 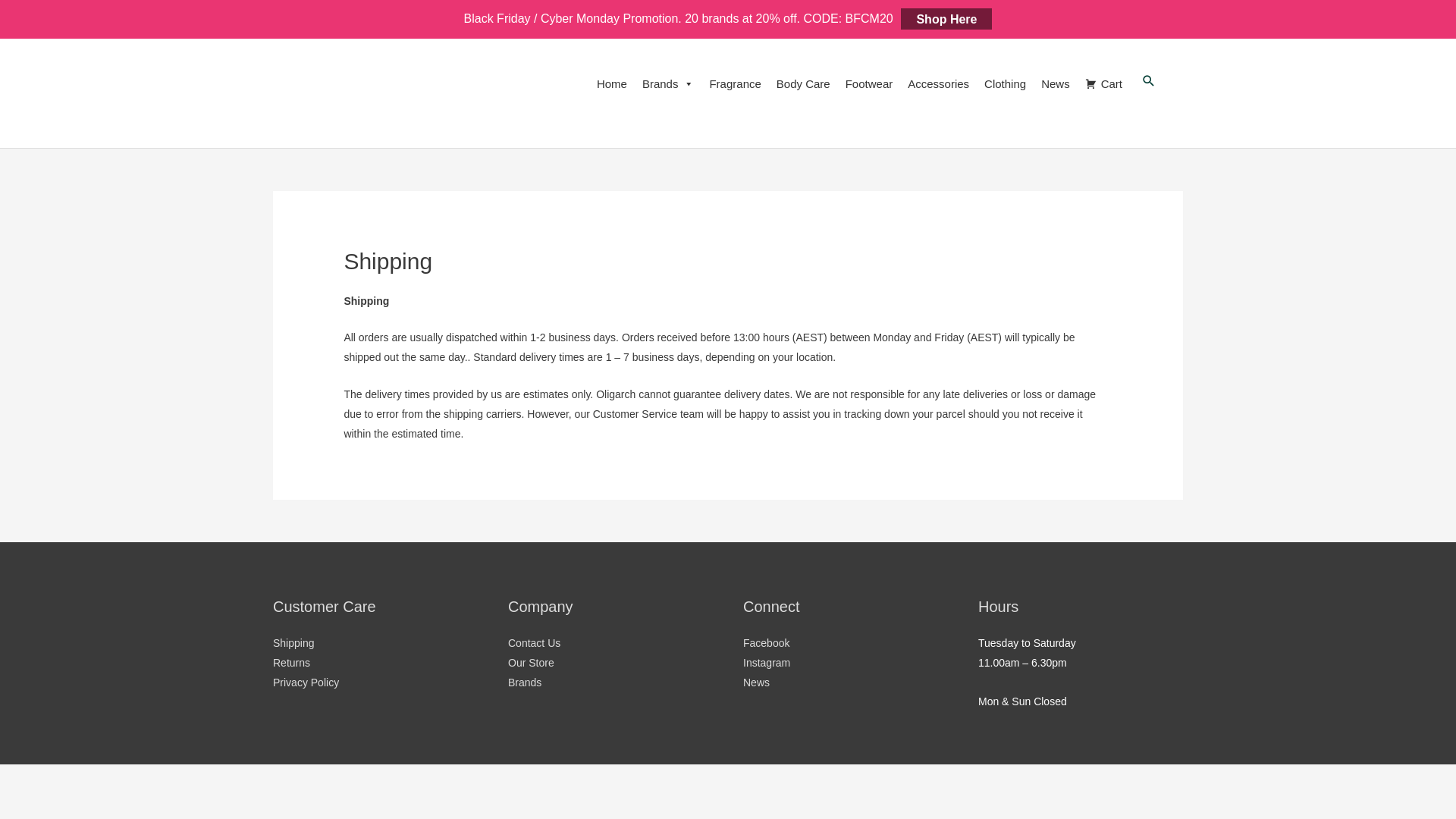 I want to click on 'Footwear', so click(x=869, y=84).